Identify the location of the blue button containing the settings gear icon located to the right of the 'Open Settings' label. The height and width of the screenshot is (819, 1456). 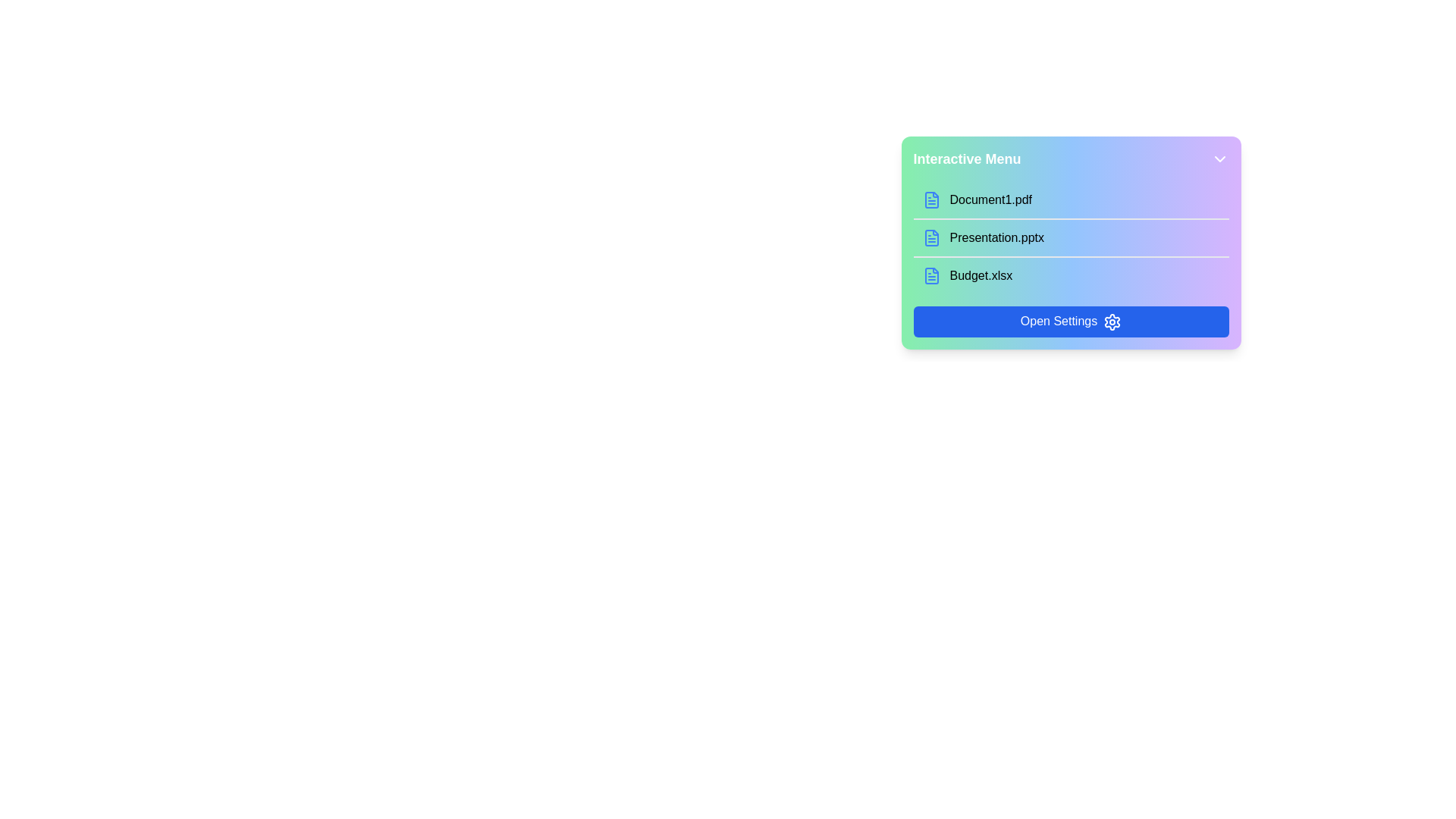
(1112, 321).